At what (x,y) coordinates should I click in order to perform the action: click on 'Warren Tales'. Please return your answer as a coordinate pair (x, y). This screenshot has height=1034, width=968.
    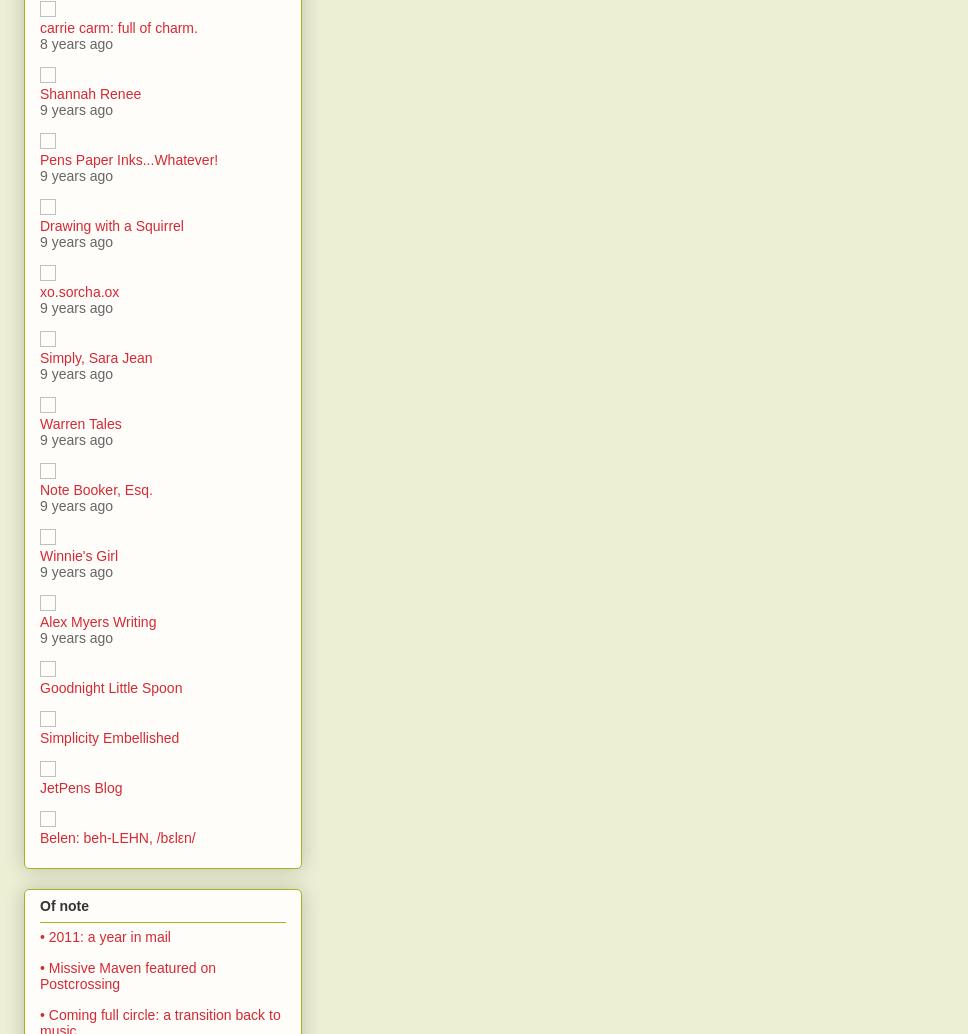
    Looking at the image, I should click on (39, 422).